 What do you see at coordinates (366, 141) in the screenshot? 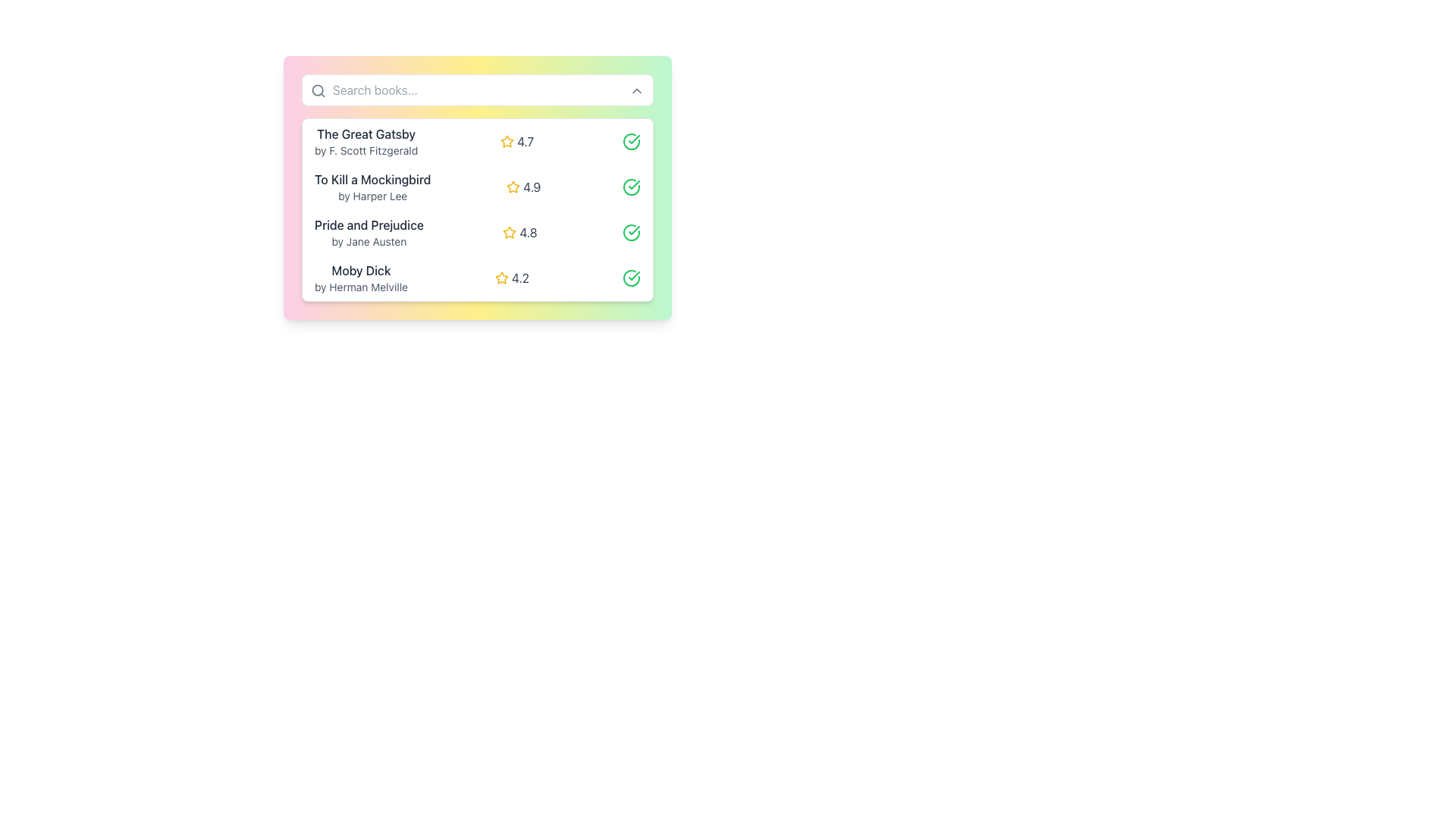
I see `text of the first book entry, which displays the title and author, located at the top of the vertical list of book entries` at bounding box center [366, 141].